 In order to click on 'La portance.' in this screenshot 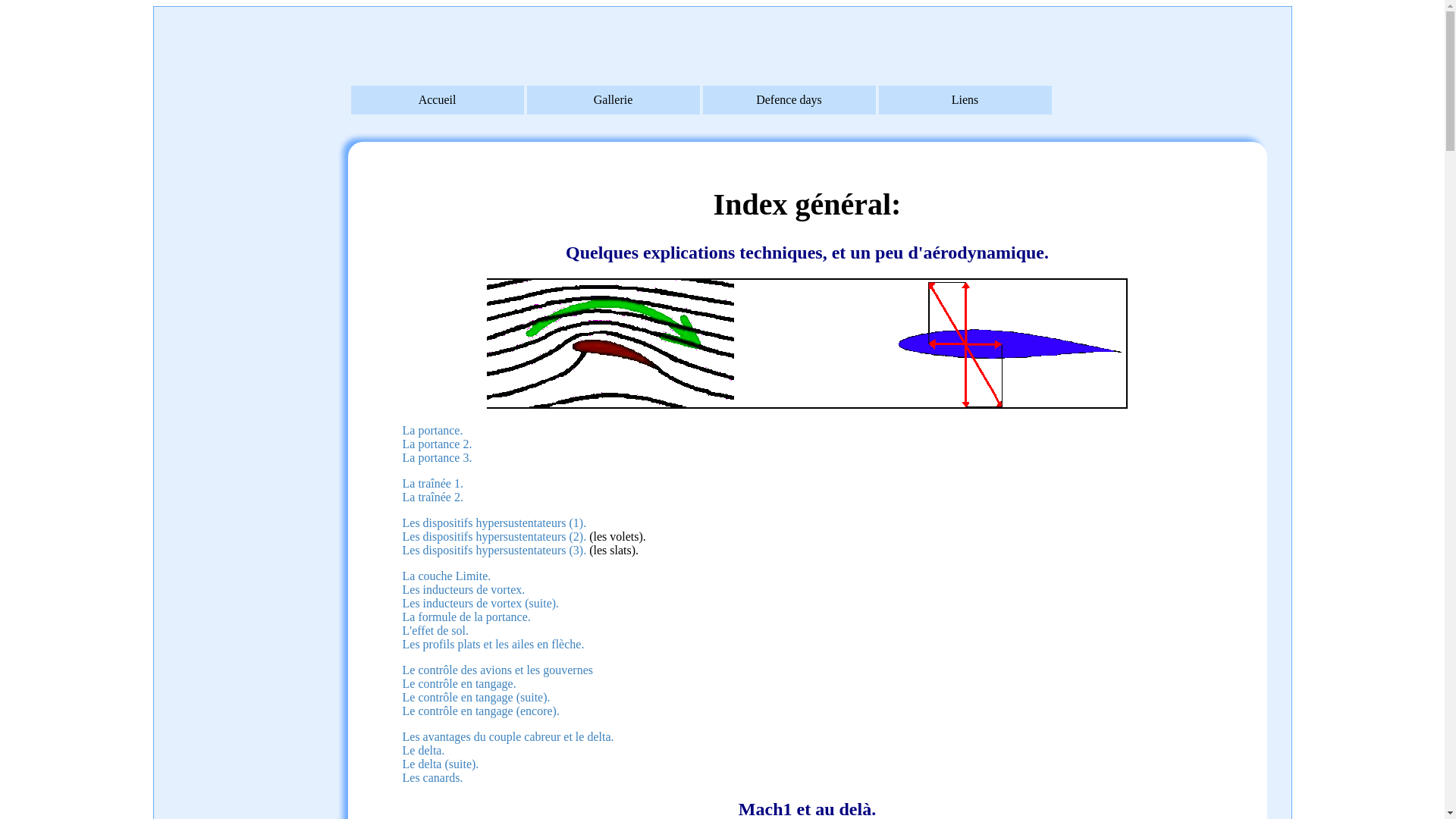, I will do `click(431, 429)`.